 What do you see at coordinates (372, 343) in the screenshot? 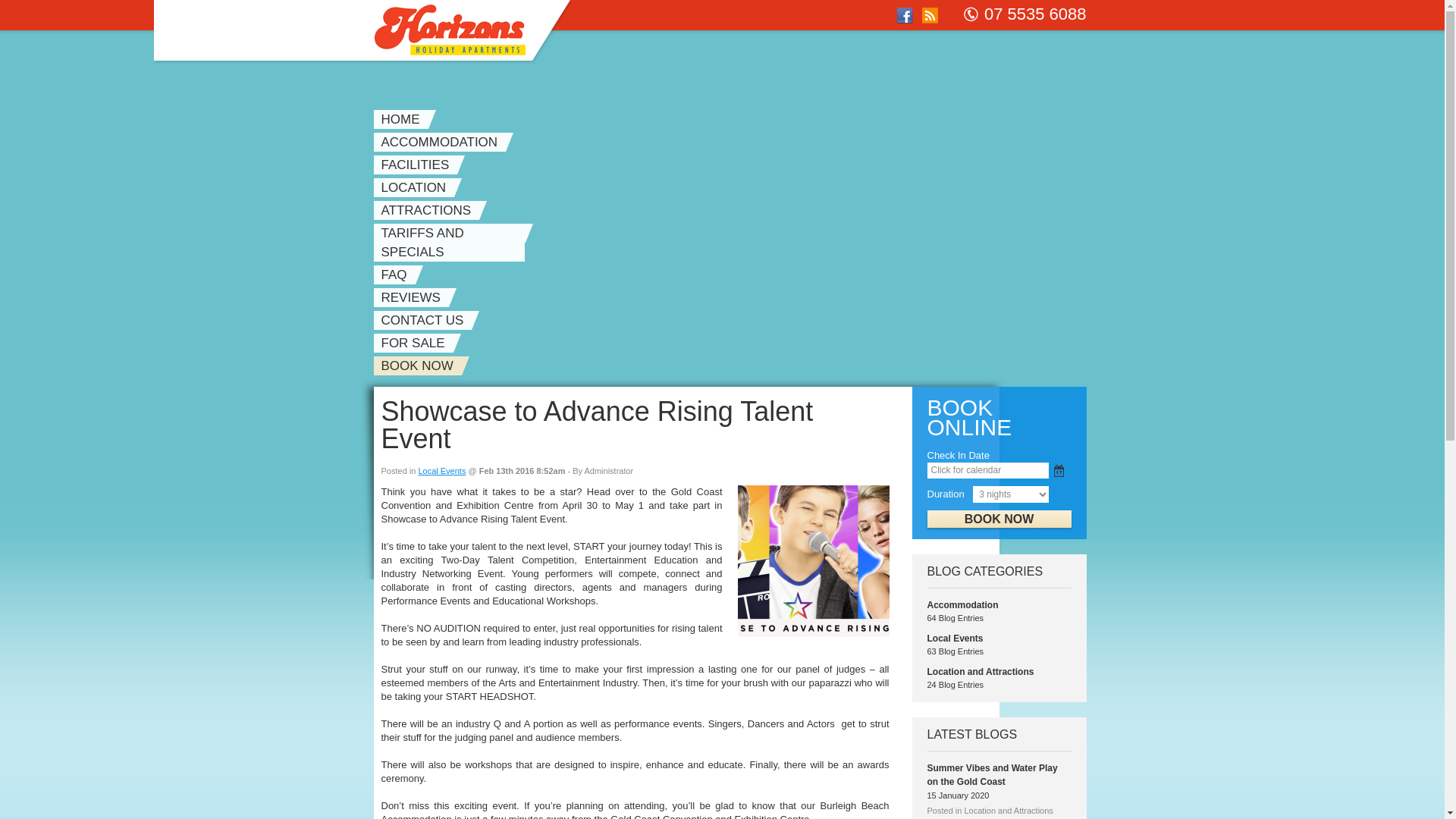
I see `'FOR SALE'` at bounding box center [372, 343].